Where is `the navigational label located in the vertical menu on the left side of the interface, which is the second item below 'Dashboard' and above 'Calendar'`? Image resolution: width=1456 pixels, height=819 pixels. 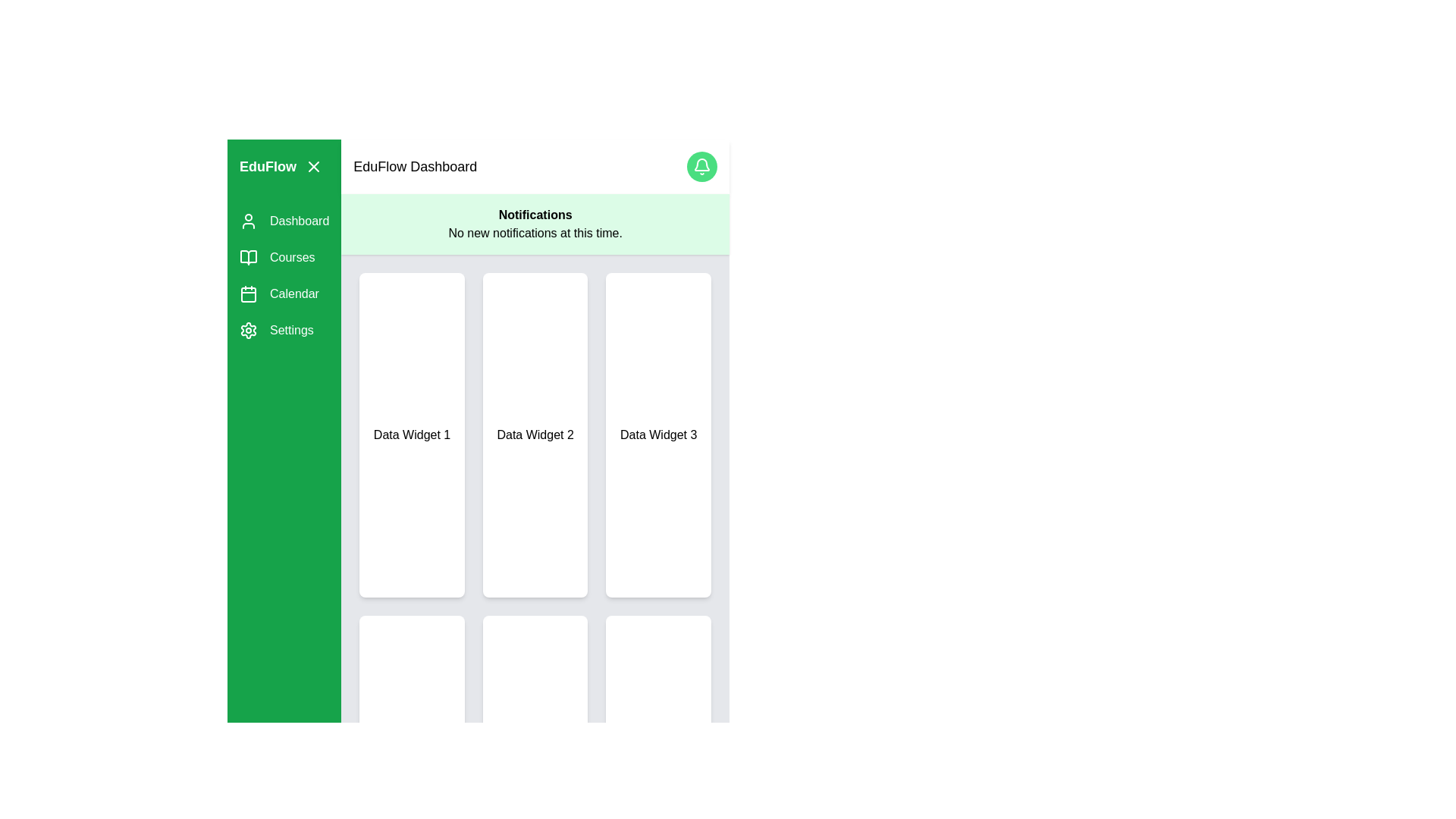 the navigational label located in the vertical menu on the left side of the interface, which is the second item below 'Dashboard' and above 'Calendar' is located at coordinates (292, 256).